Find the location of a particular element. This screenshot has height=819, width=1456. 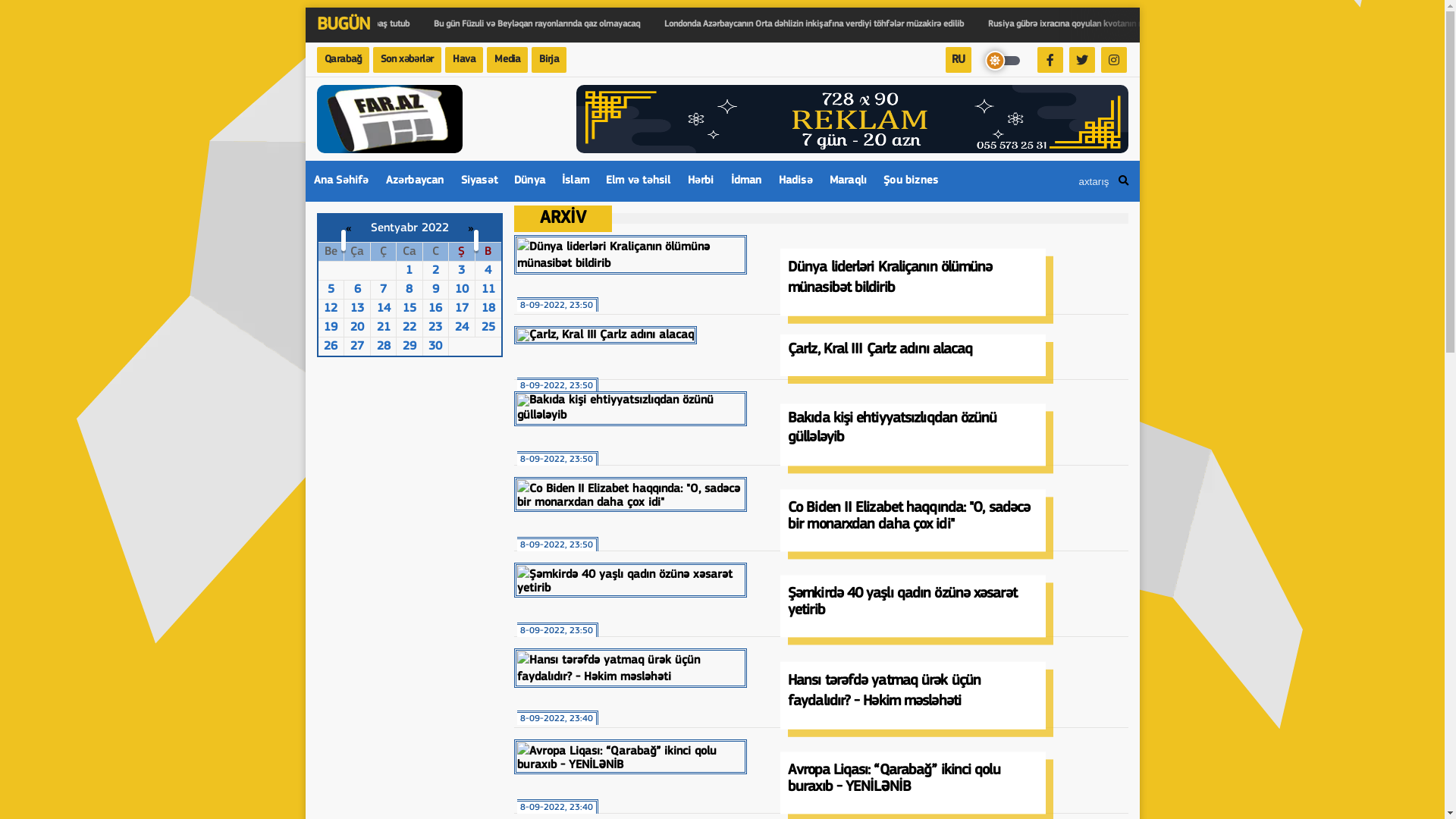

'Media' is located at coordinates (507, 58).